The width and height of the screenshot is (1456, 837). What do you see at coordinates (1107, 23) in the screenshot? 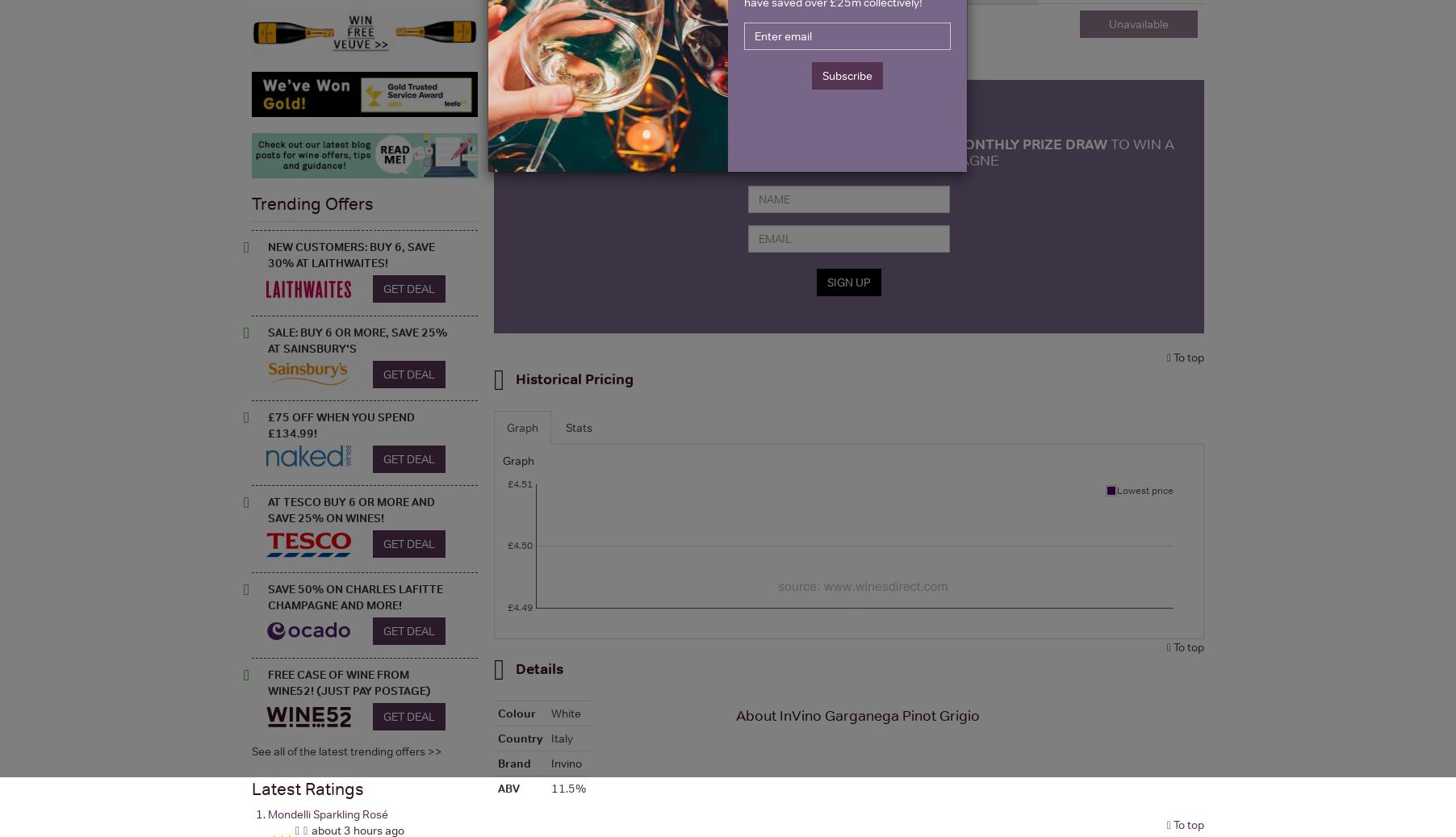
I see `'Unavailable'` at bounding box center [1107, 23].